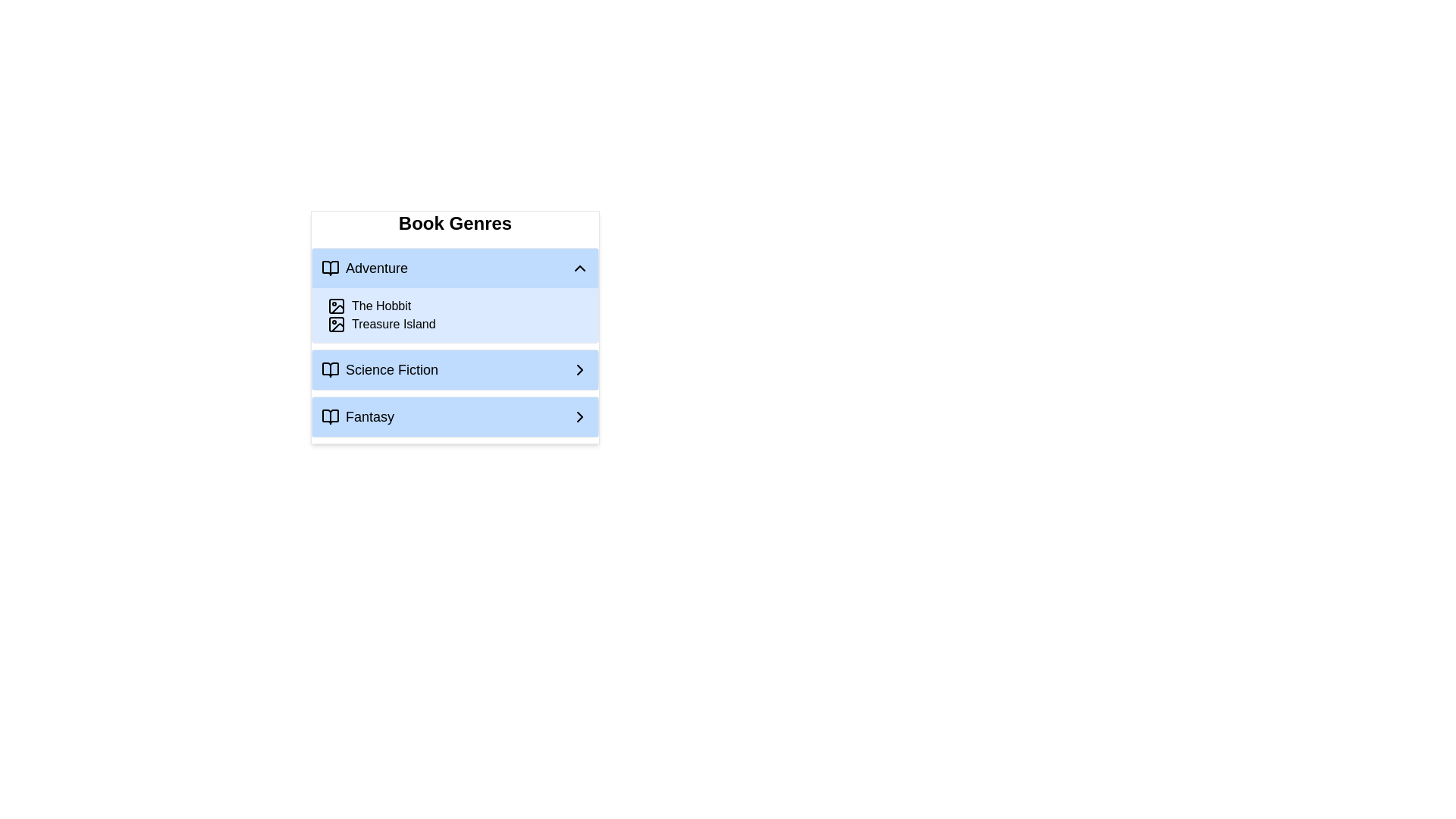 Image resolution: width=1456 pixels, height=819 pixels. Describe the element at coordinates (380, 370) in the screenshot. I see `the second item in the 'Book Genres' list, which represents the 'Science Fiction' category` at that location.